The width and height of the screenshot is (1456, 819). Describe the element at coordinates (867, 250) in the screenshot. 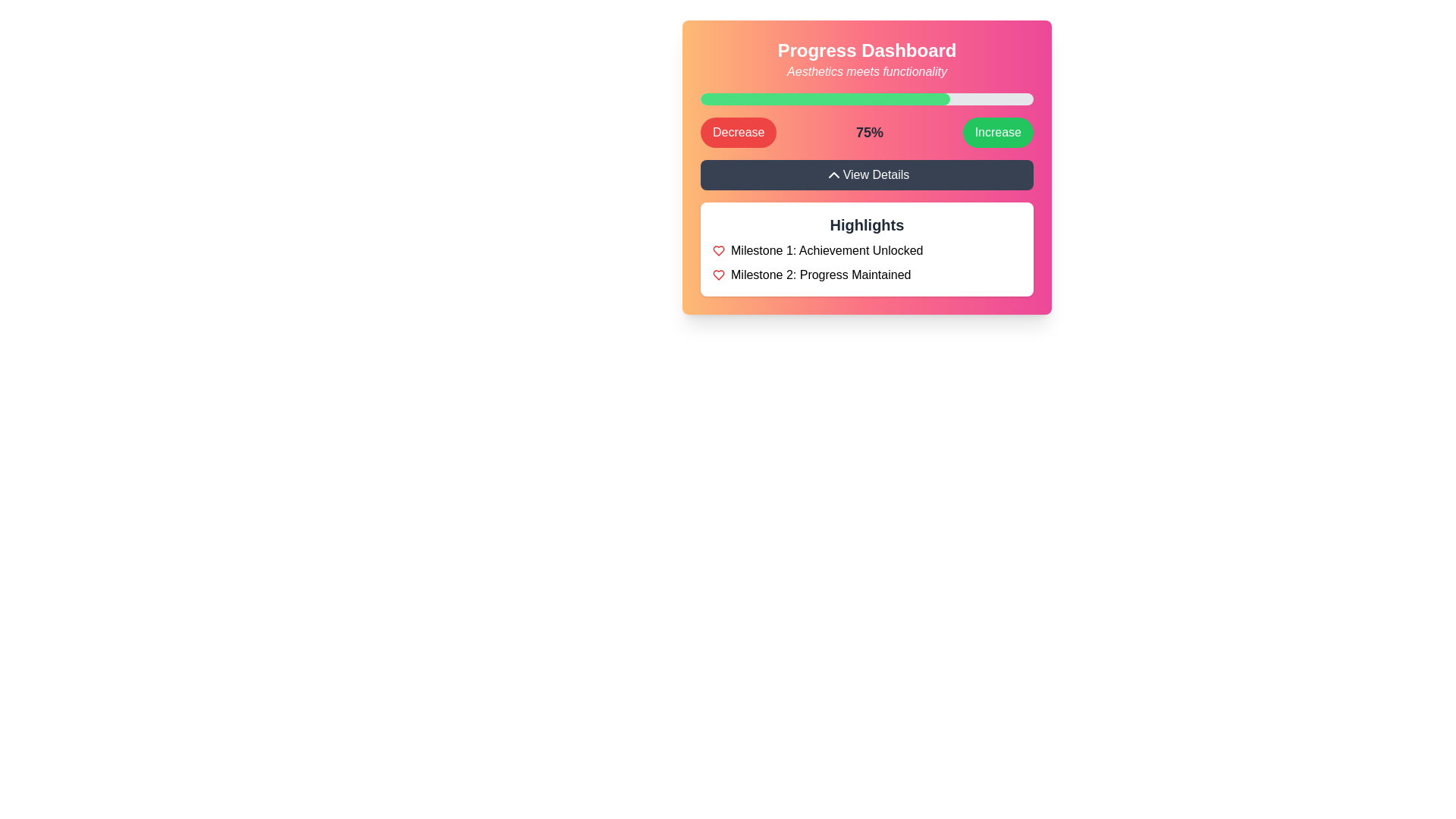

I see `the label 'Milestone 1: Achievement Unlocked' next to the red heart-shaped icon to interact with the milestone` at that location.